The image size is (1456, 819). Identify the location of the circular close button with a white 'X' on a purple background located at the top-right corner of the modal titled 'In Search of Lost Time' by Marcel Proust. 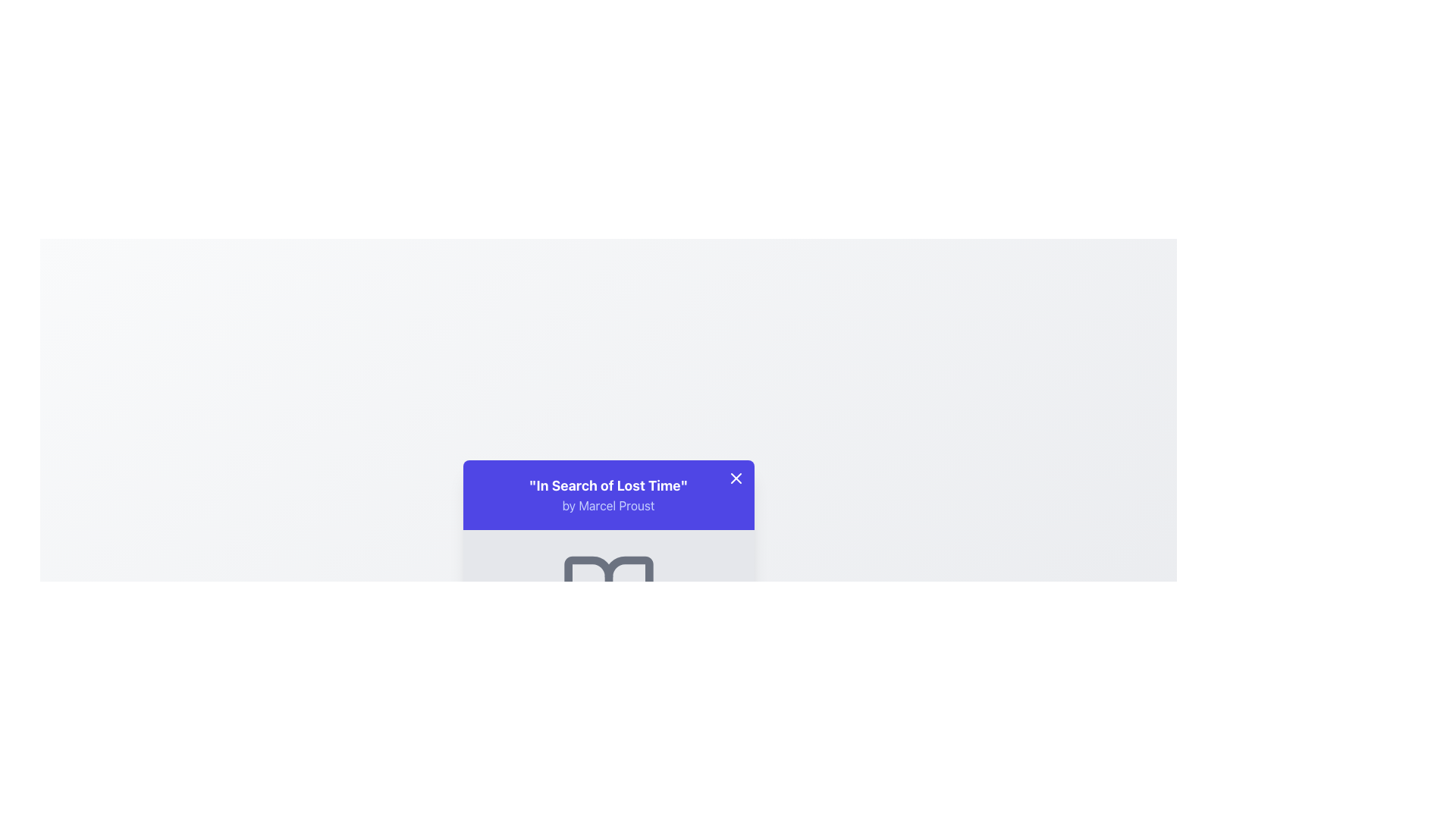
(736, 479).